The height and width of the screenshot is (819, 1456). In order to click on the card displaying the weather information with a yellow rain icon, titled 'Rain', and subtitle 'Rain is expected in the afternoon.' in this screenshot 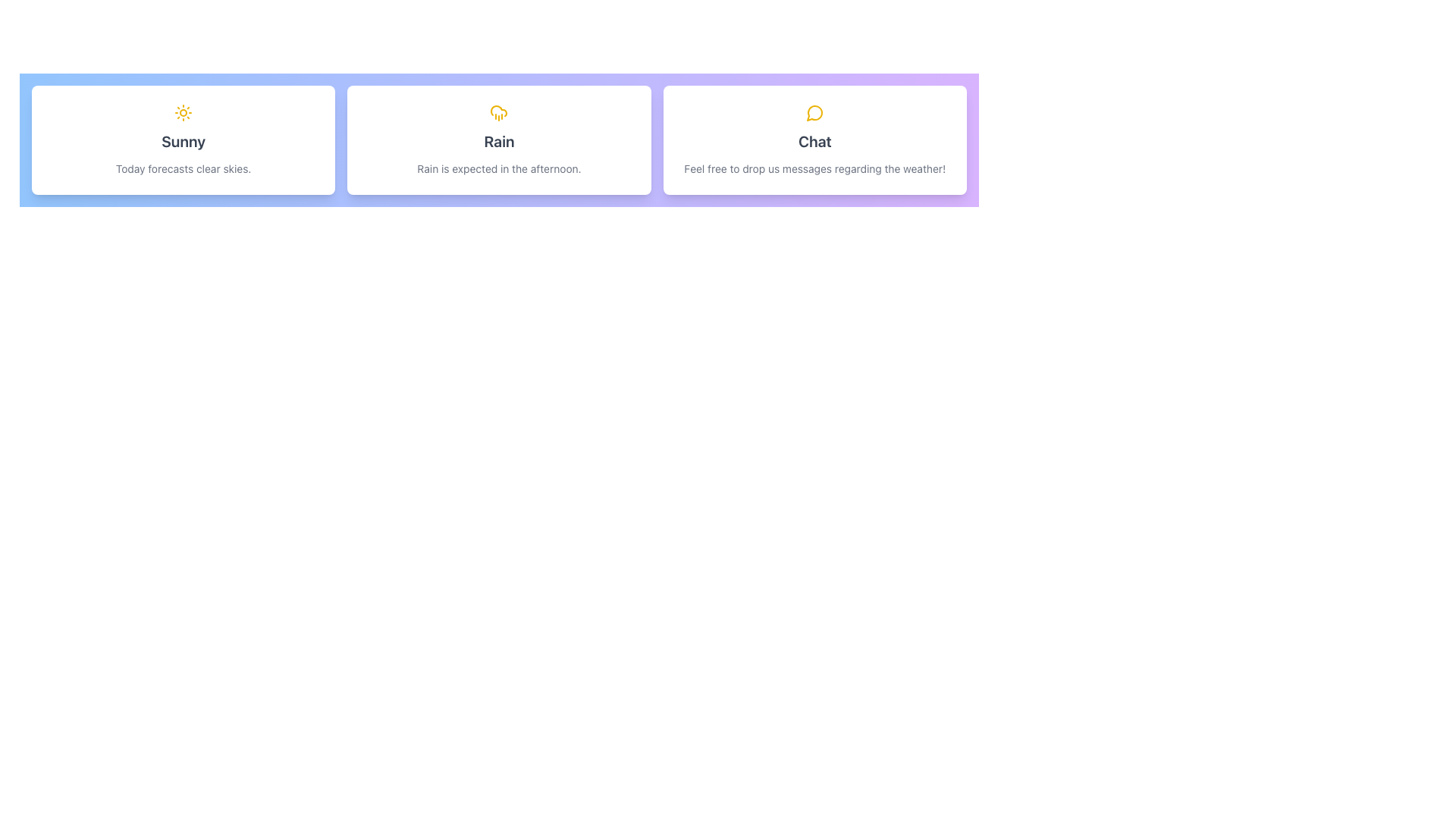, I will do `click(499, 140)`.